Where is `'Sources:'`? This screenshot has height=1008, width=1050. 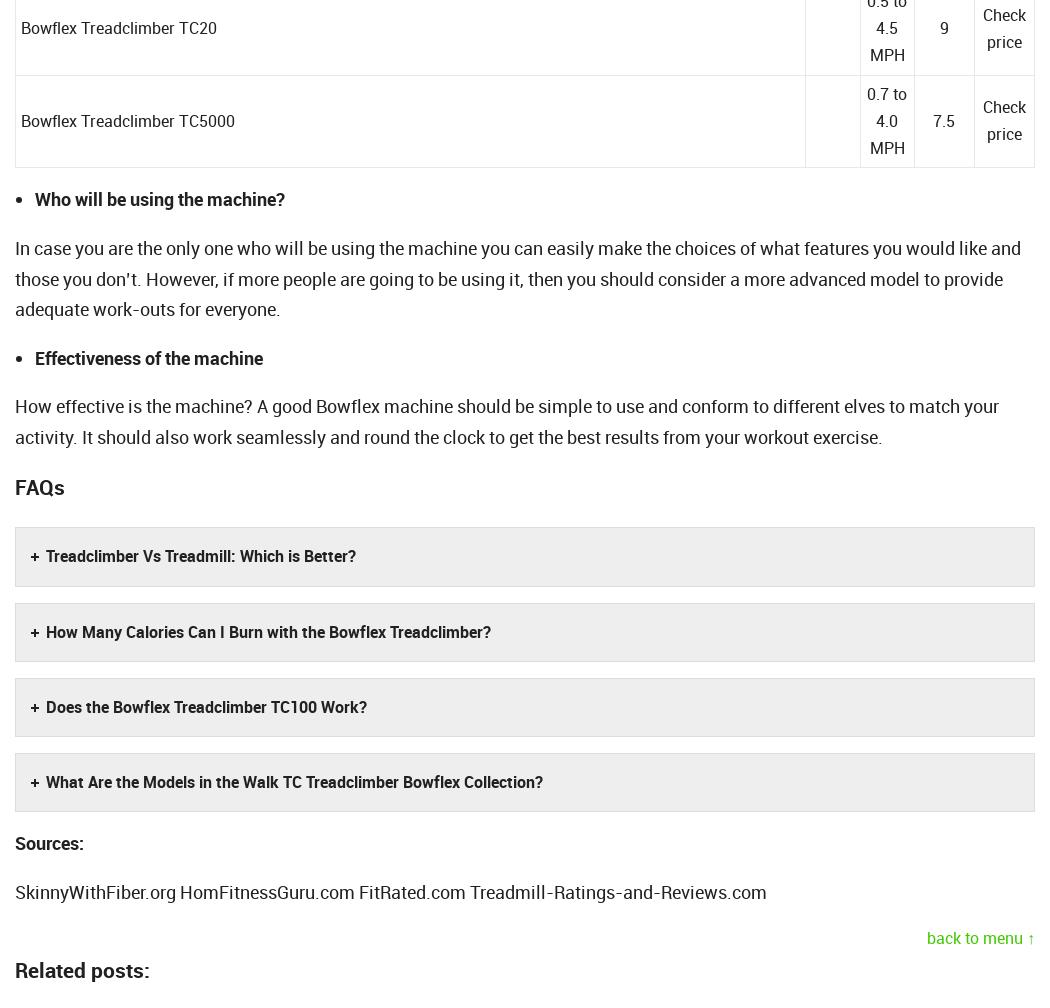
'Sources:' is located at coordinates (48, 842).